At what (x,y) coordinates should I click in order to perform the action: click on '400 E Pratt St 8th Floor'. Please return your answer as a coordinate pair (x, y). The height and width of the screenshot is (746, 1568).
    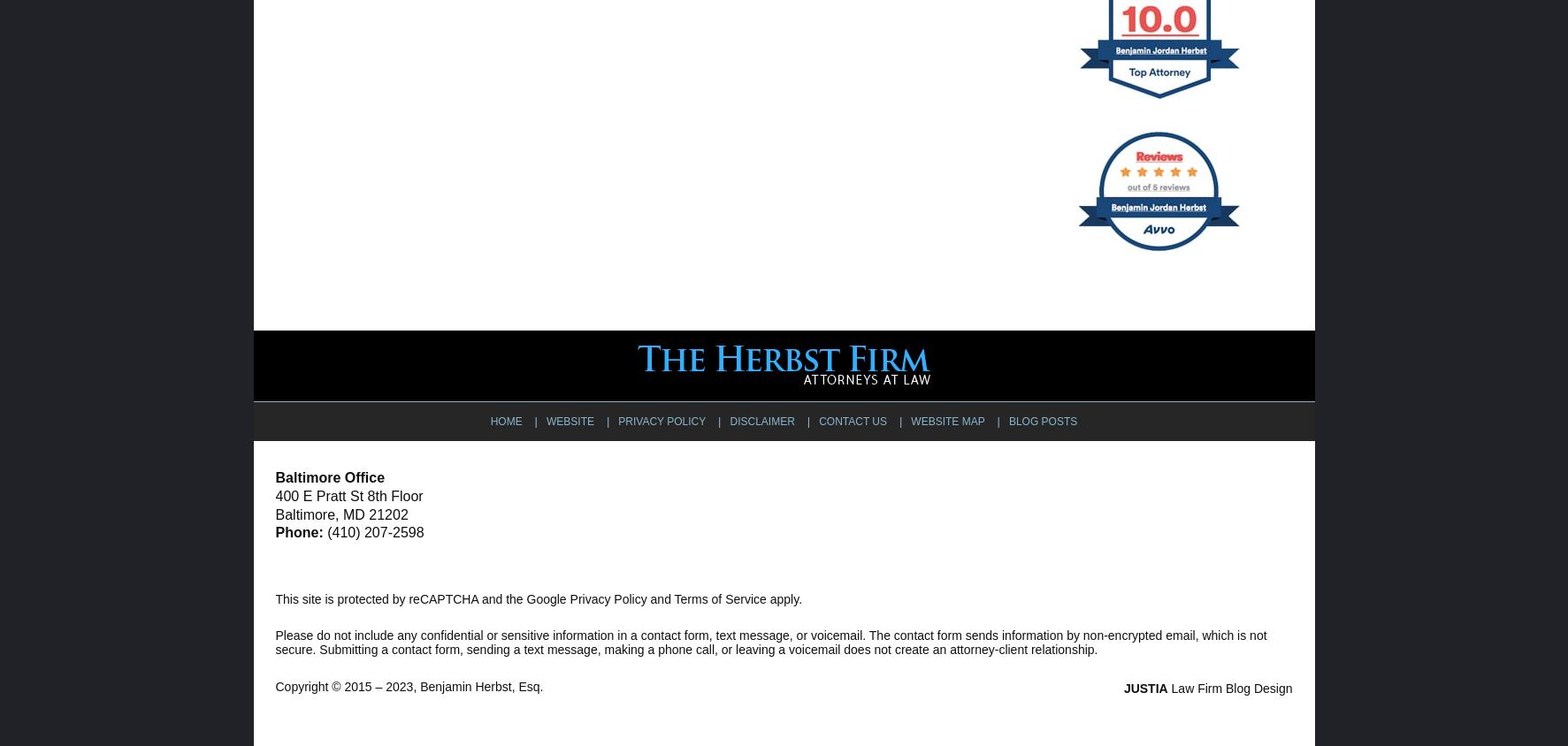
    Looking at the image, I should click on (348, 495).